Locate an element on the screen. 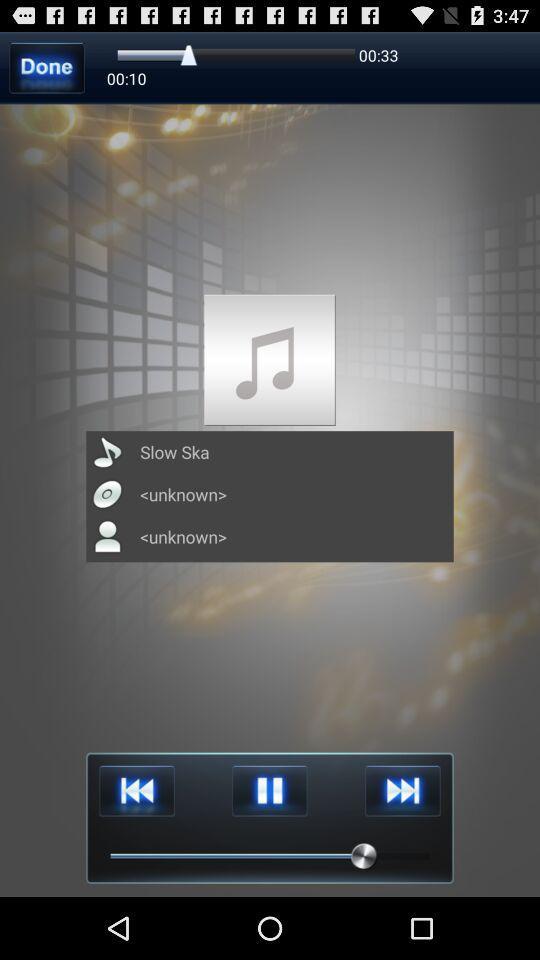  previous track is located at coordinates (136, 791).